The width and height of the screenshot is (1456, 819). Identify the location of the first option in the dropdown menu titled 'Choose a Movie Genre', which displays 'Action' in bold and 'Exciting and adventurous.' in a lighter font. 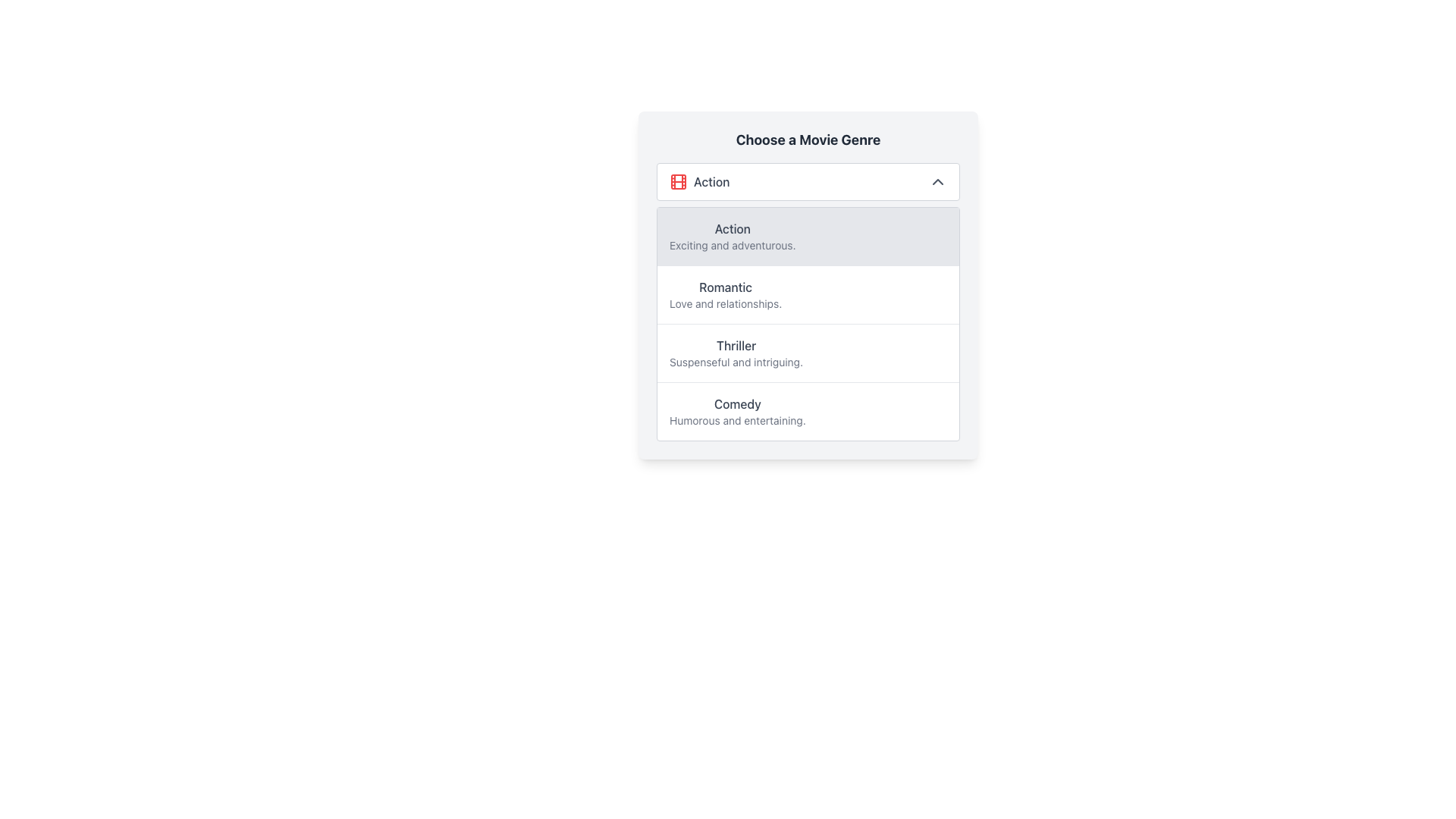
(733, 237).